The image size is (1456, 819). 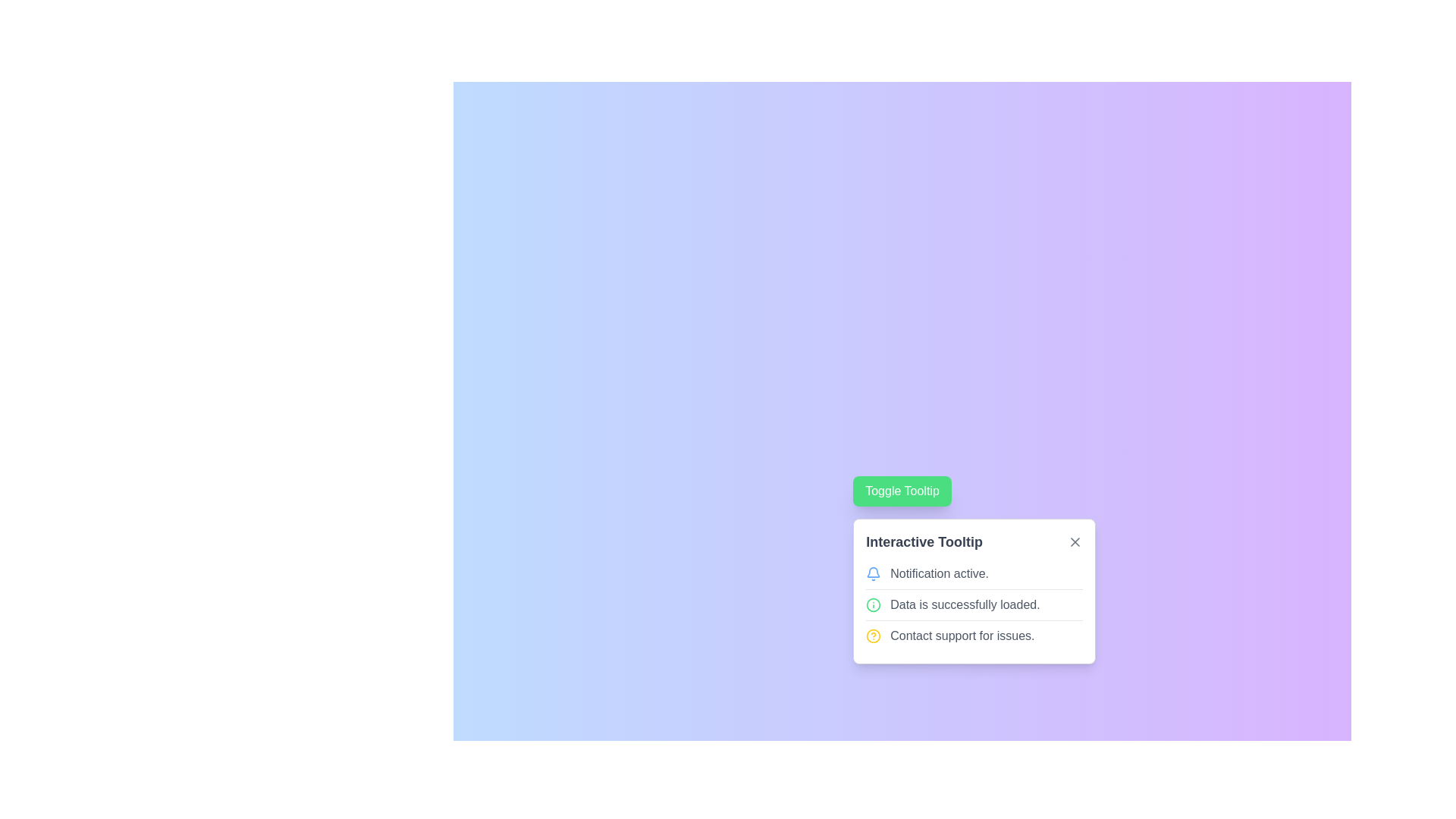 What do you see at coordinates (974, 573) in the screenshot?
I see `notification text from the Informational row that displays 'Notification active.' in the tooltip box located under 'Interactive Tooltip'` at bounding box center [974, 573].